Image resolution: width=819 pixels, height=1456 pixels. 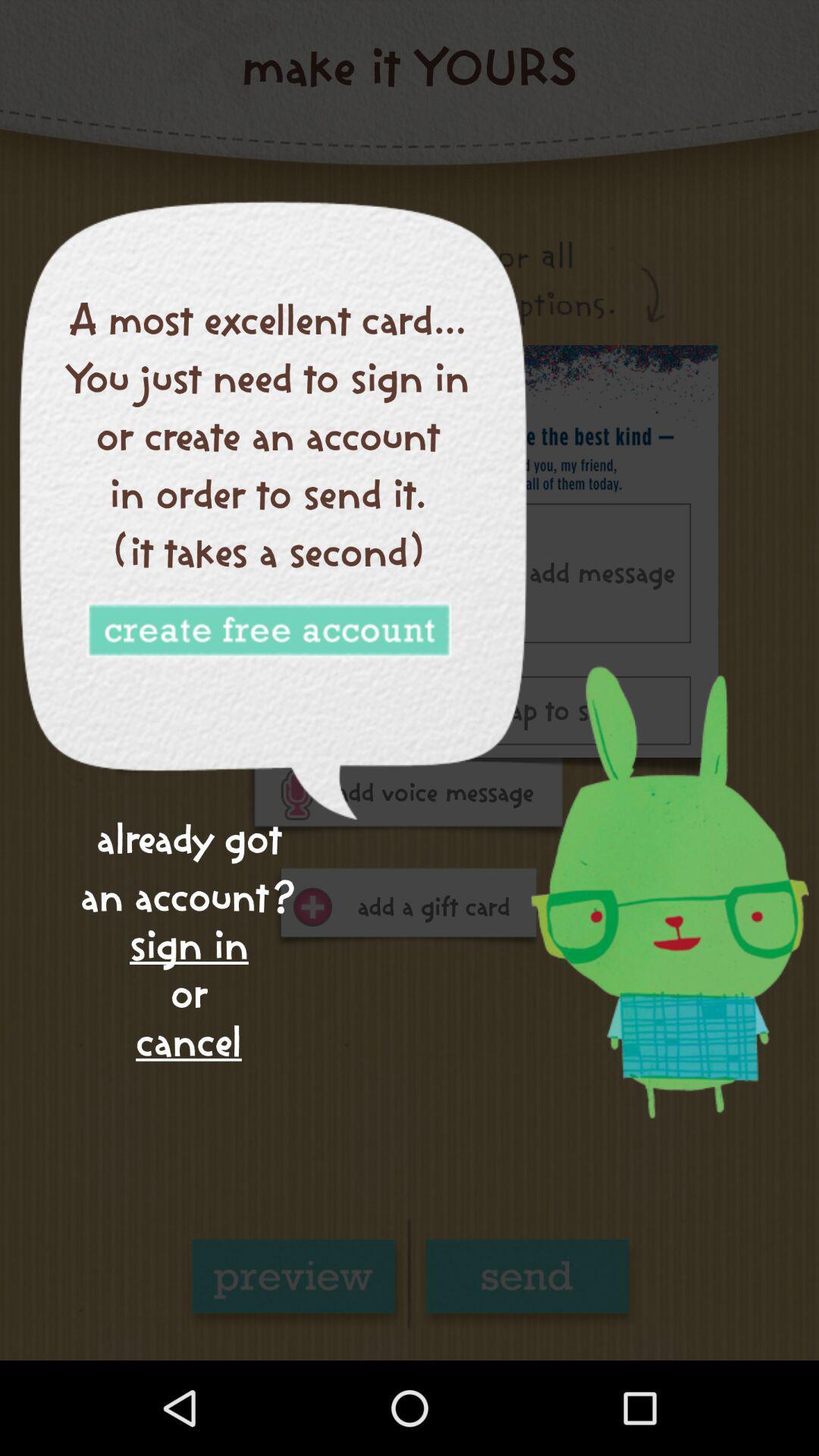 I want to click on app below the sign in, so click(x=188, y=1040).